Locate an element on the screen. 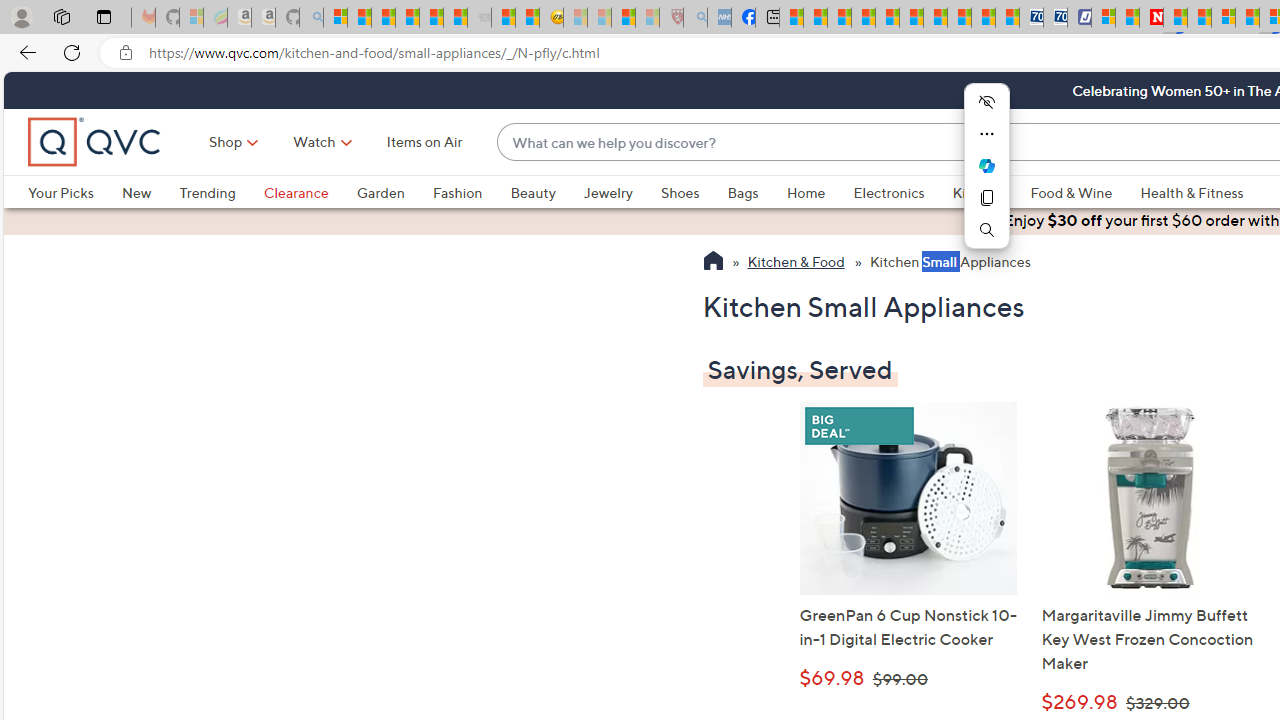 The height and width of the screenshot is (720, 1280). 'Clearance' is located at coordinates (294, 192).